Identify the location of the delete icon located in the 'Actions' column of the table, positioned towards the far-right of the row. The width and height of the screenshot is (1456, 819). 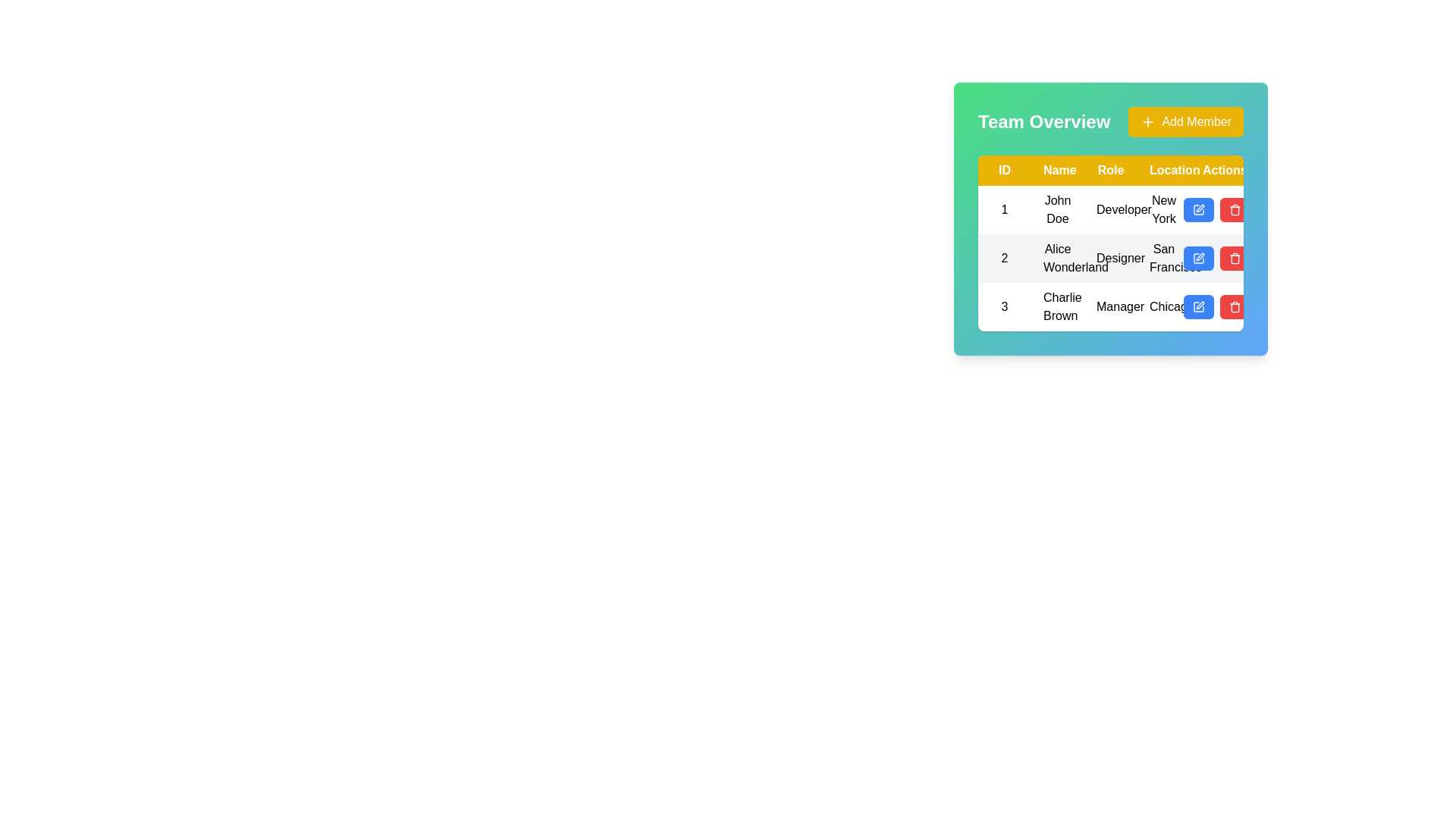
(1235, 307).